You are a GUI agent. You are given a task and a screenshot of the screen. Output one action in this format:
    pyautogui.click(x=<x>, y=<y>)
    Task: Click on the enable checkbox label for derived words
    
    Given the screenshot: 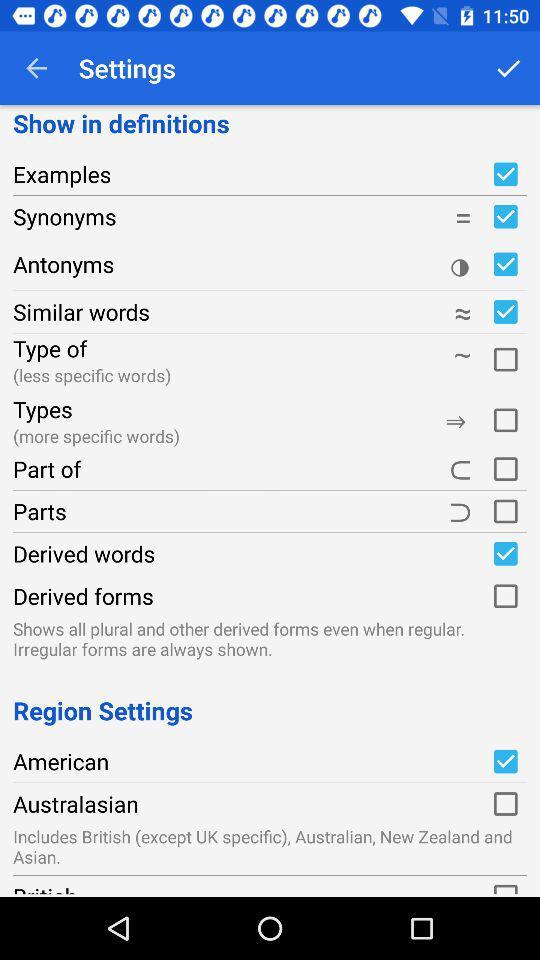 What is the action you would take?
    pyautogui.click(x=504, y=553)
    